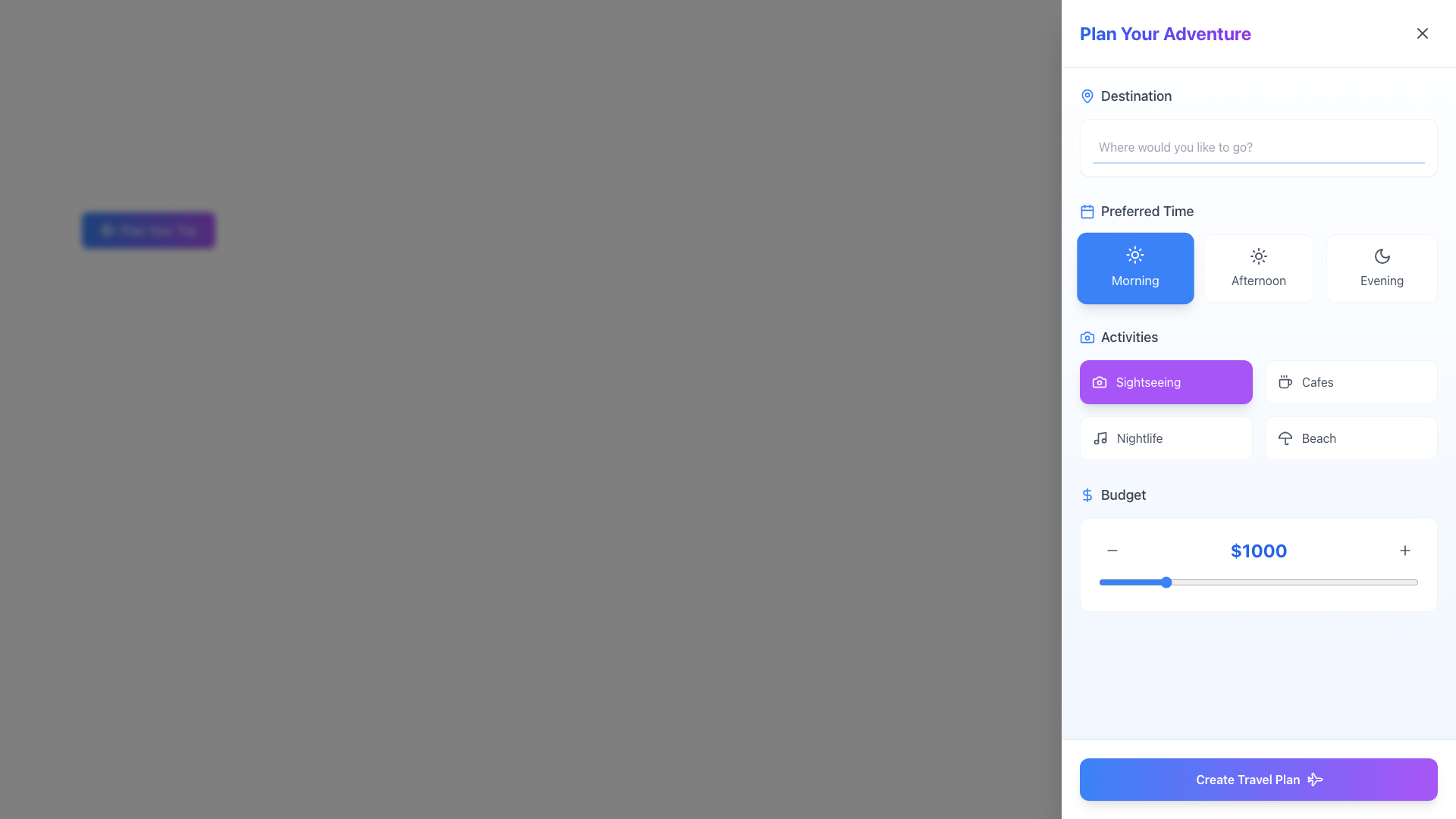  I want to click on the circular '+' button located at the far right of the 'Budget' section, so click(1404, 550).